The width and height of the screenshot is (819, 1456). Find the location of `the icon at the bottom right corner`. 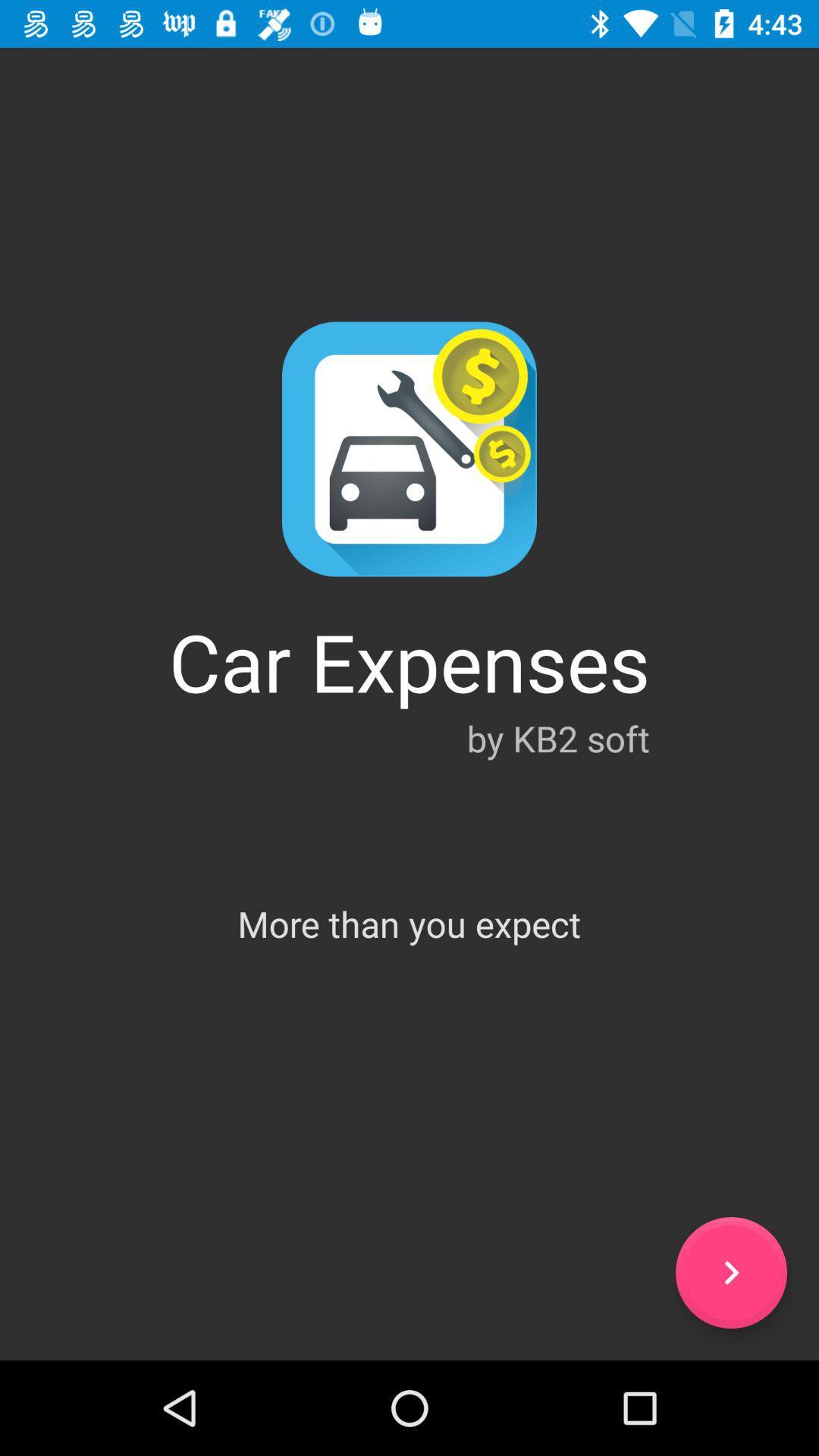

the icon at the bottom right corner is located at coordinates (730, 1272).